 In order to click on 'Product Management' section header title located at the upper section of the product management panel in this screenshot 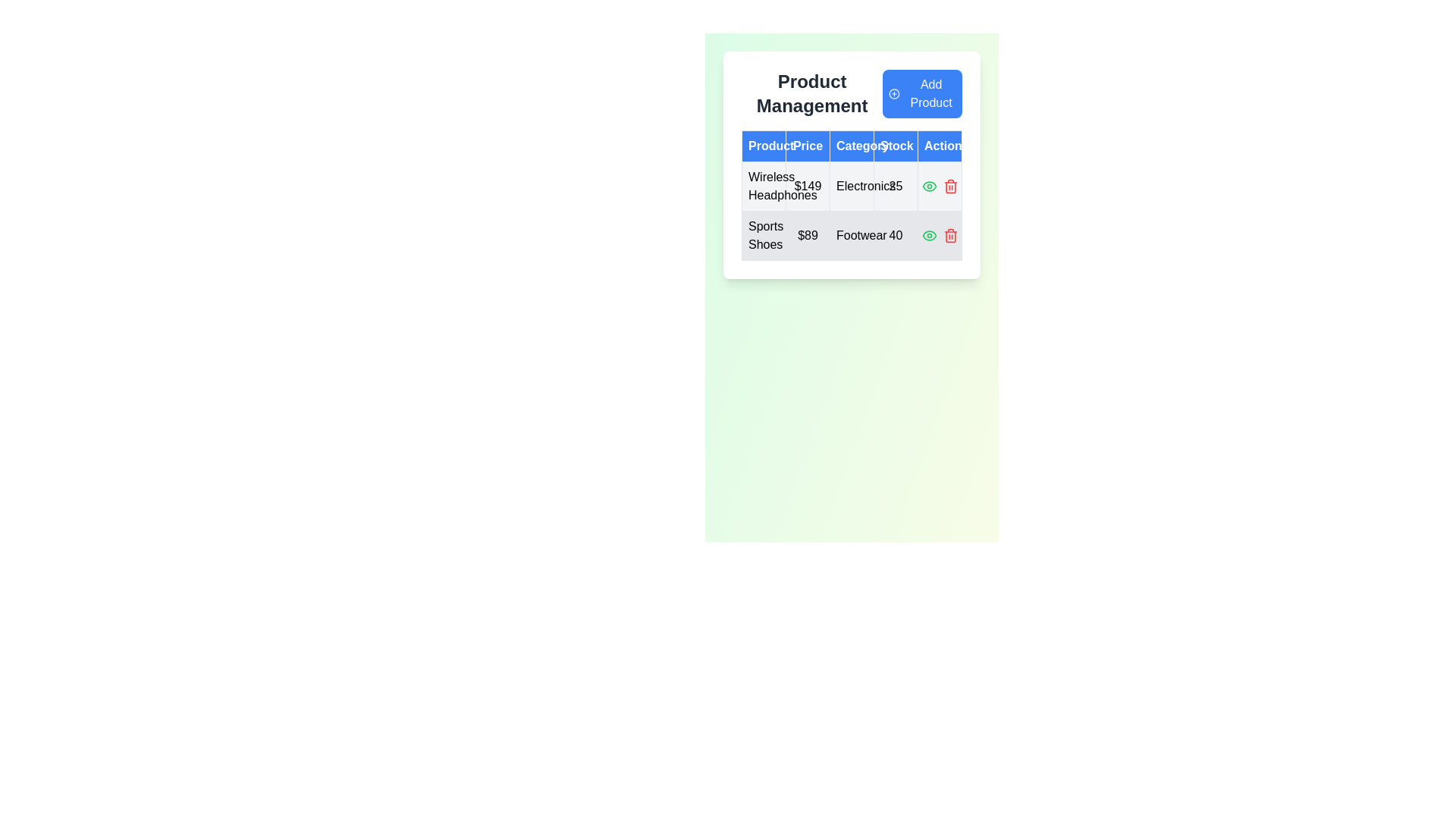, I will do `click(852, 93)`.